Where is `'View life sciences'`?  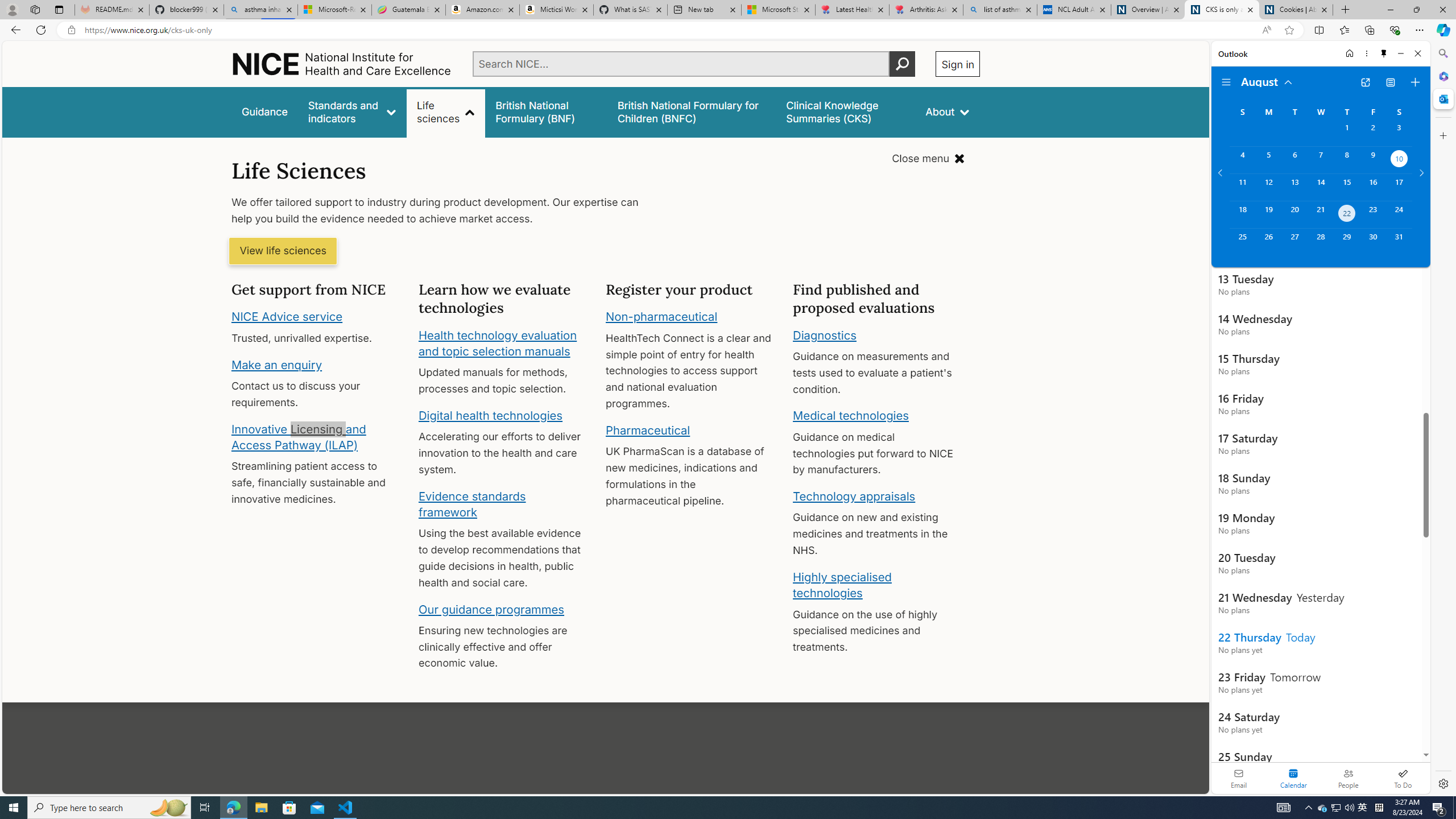 'View life sciences' is located at coordinates (283, 251).